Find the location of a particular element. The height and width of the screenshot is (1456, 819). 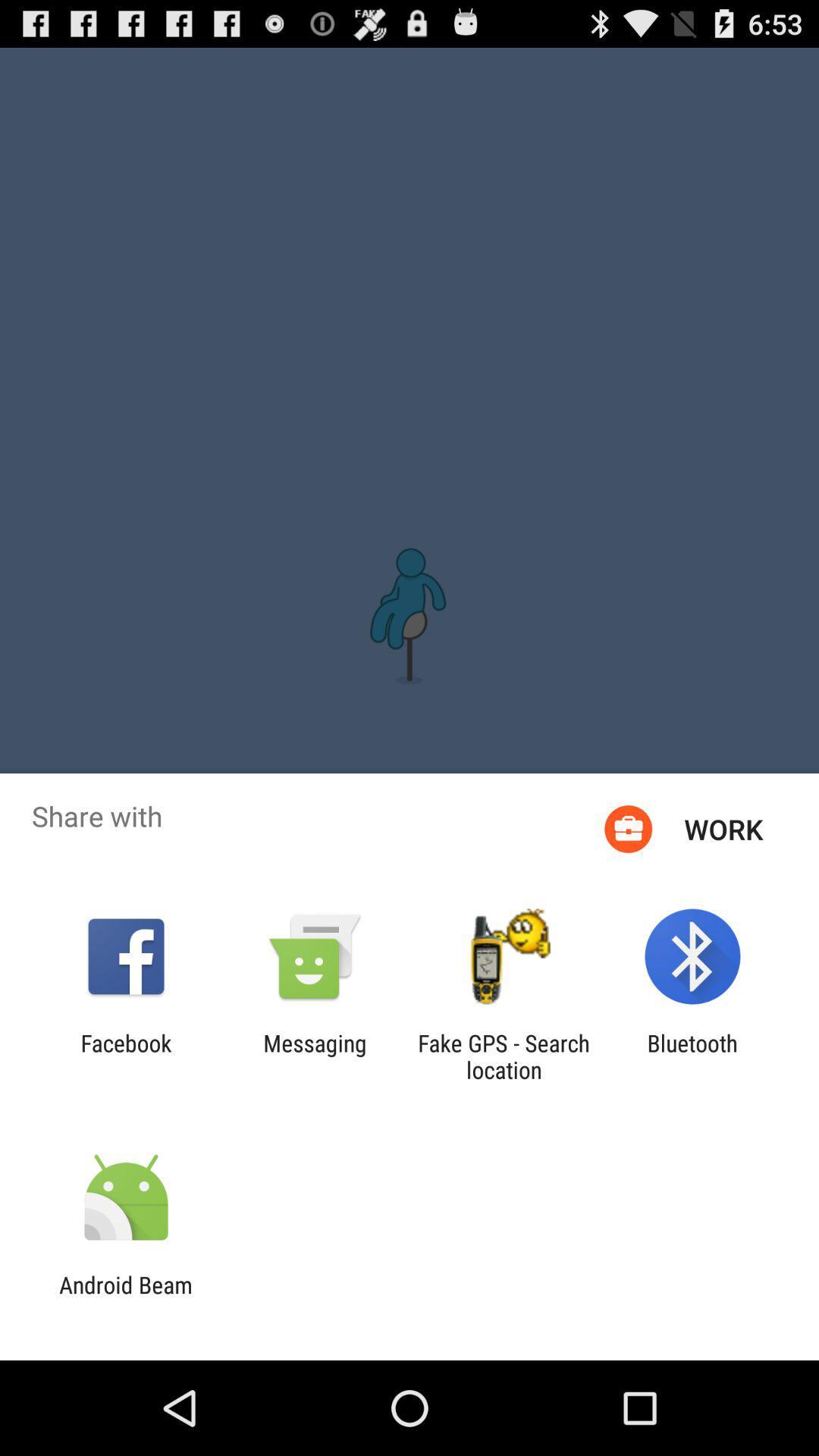

app to the right of facebook app is located at coordinates (314, 1056).